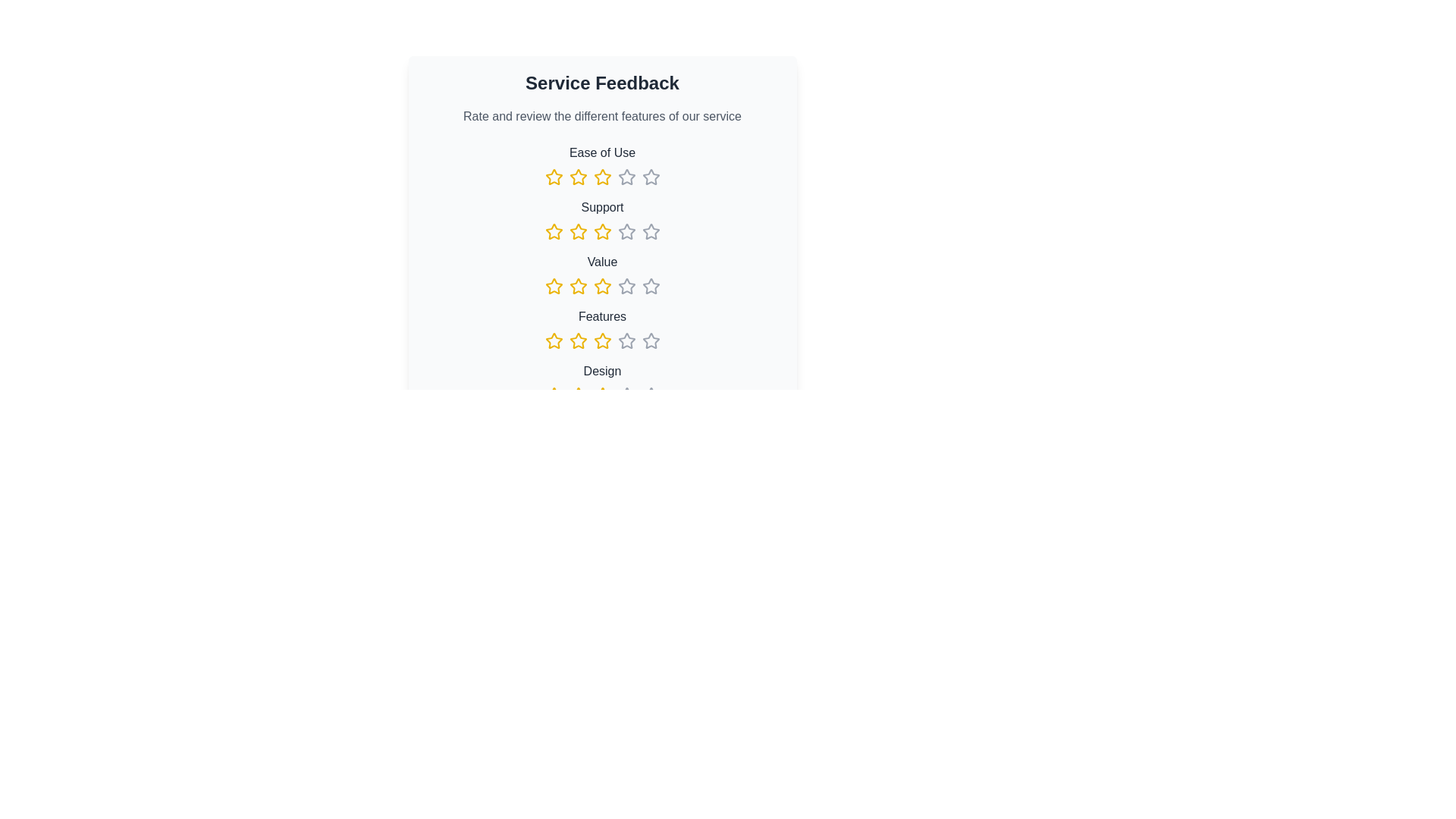 The width and height of the screenshot is (1456, 819). Describe the element at coordinates (601, 328) in the screenshot. I see `one of the star icons in the Rating component labeled 'Features'` at that location.